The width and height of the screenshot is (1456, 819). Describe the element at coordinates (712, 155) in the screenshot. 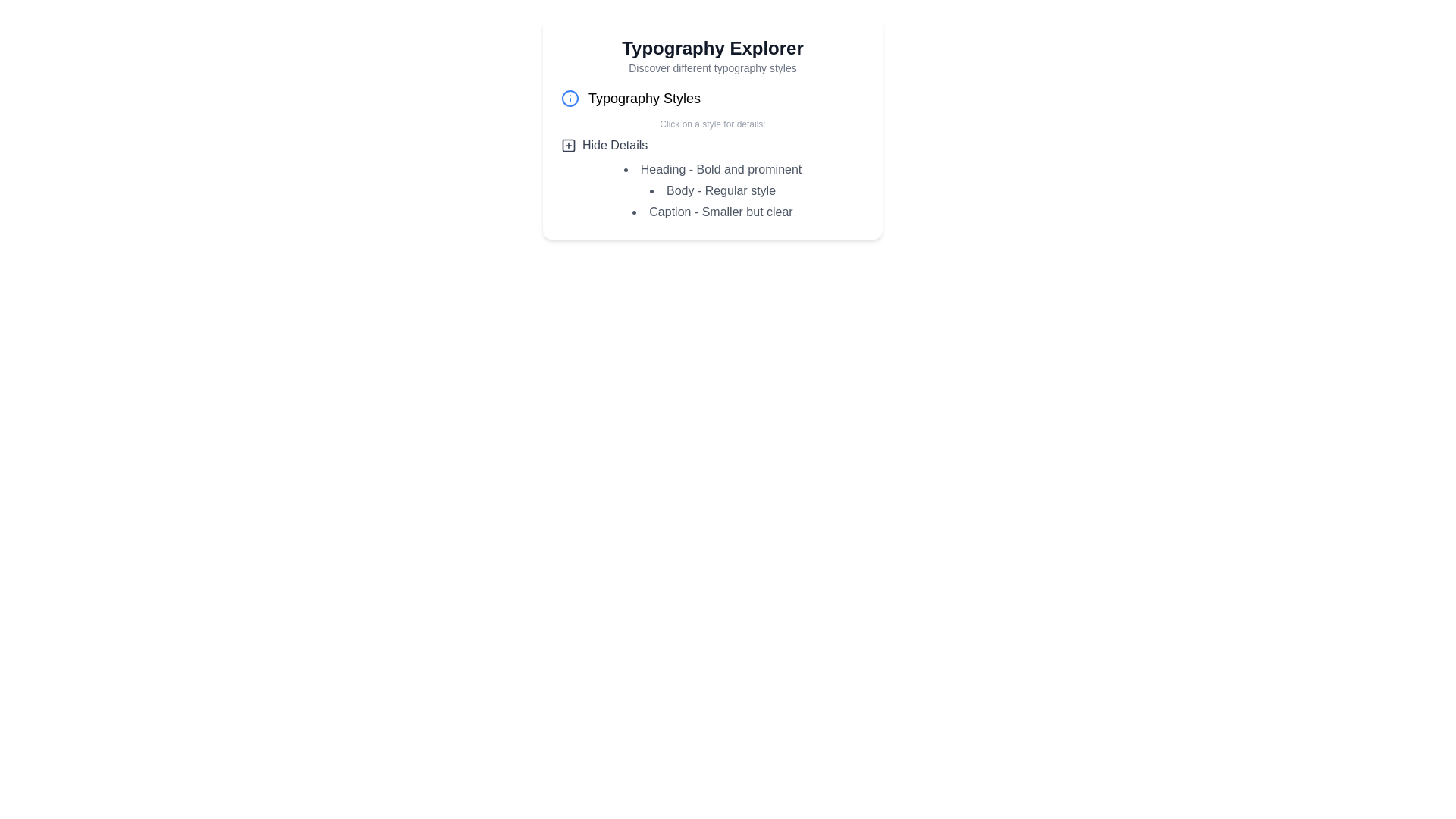

I see `the 'Hide Details' toggle in the Informational Section that provides an overview of typography styles, located beneath the header 'Typography Explorer'` at that location.